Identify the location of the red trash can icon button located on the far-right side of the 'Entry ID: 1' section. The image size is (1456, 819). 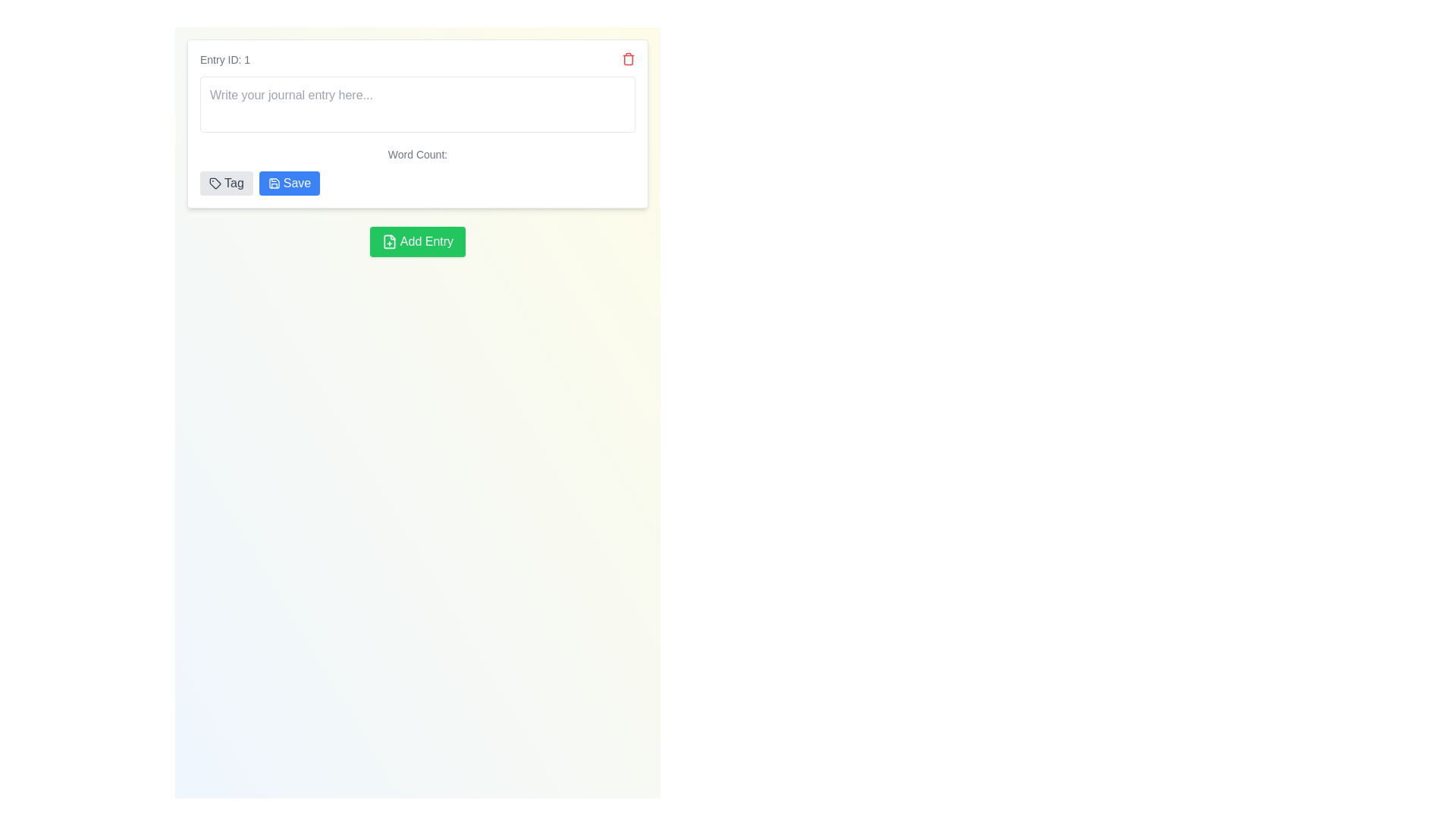
(629, 58).